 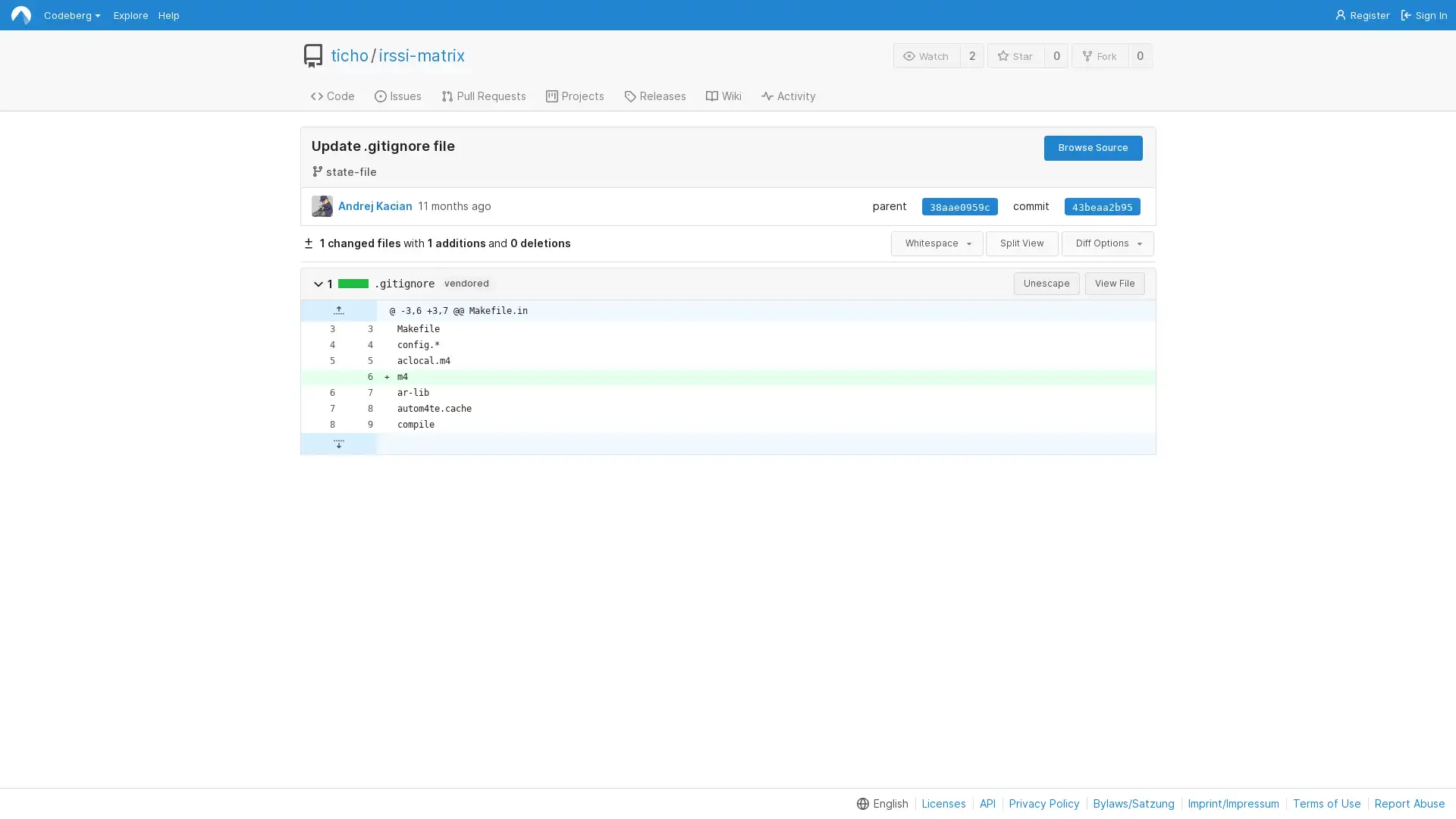 What do you see at coordinates (1015, 55) in the screenshot?
I see `Star` at bounding box center [1015, 55].